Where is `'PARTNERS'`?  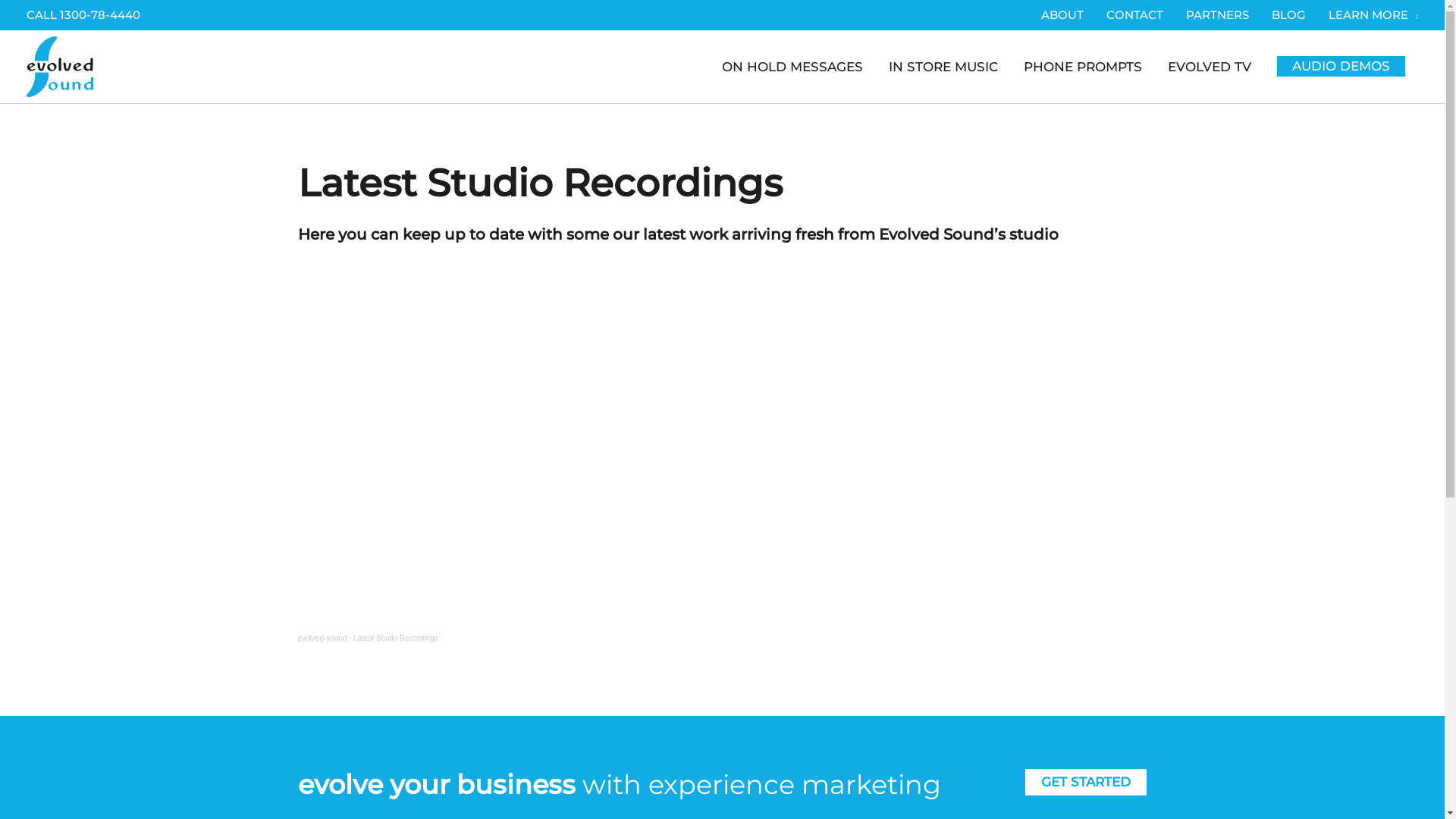 'PARTNERS' is located at coordinates (1217, 14).